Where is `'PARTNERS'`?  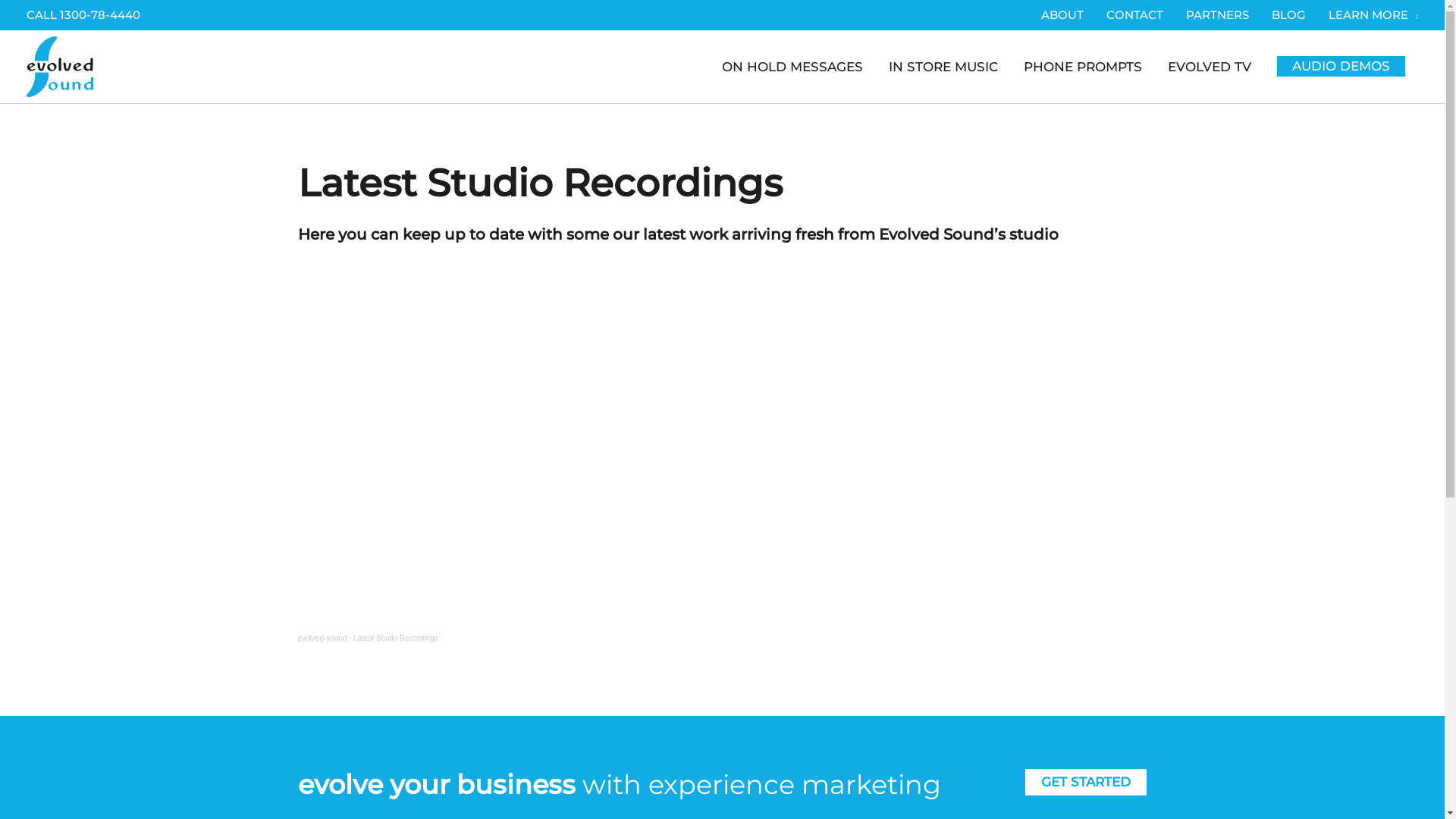 'PARTNERS' is located at coordinates (1217, 14).